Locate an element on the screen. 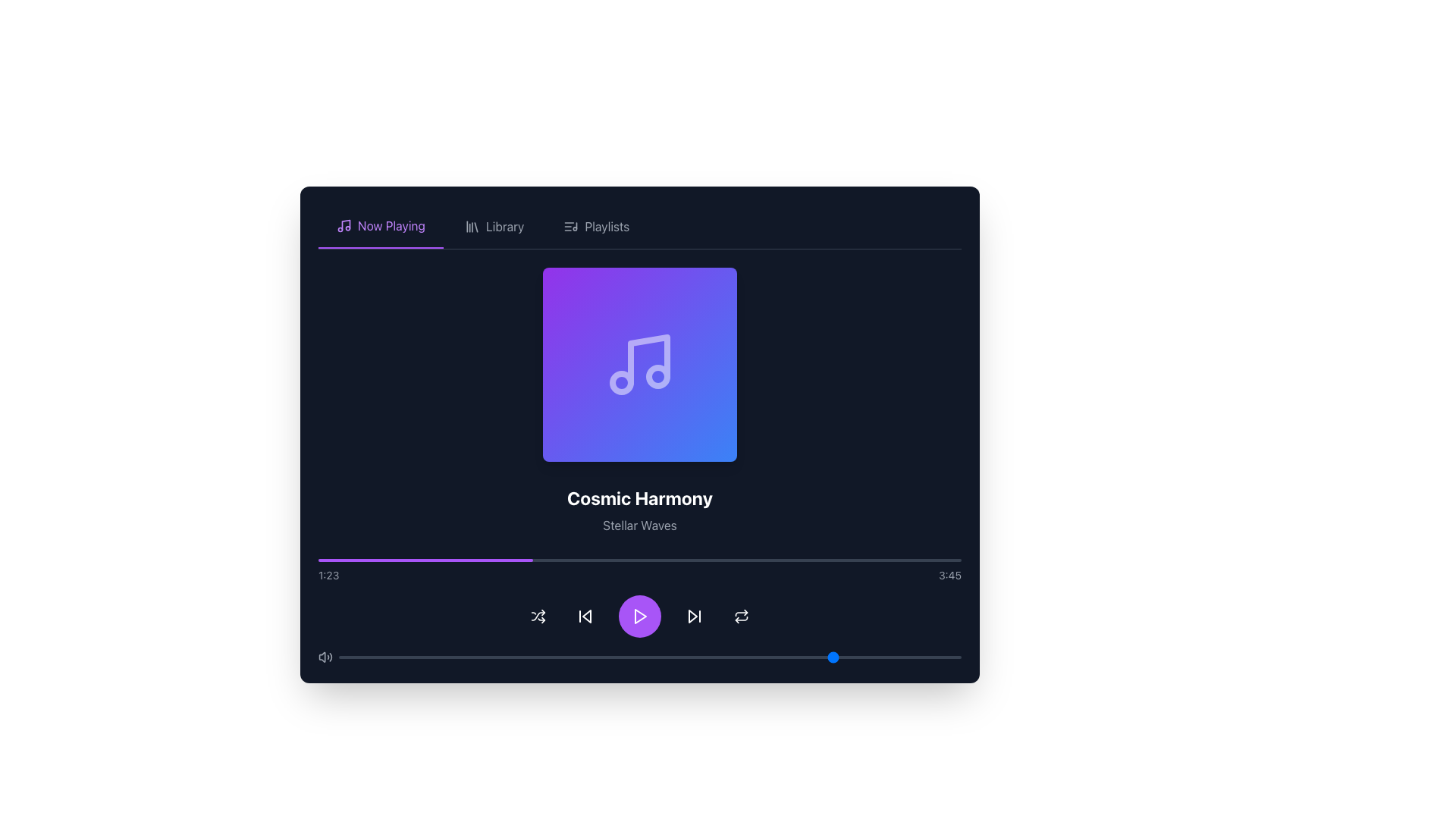 The height and width of the screenshot is (819, 1456). the slider is located at coordinates (382, 657).